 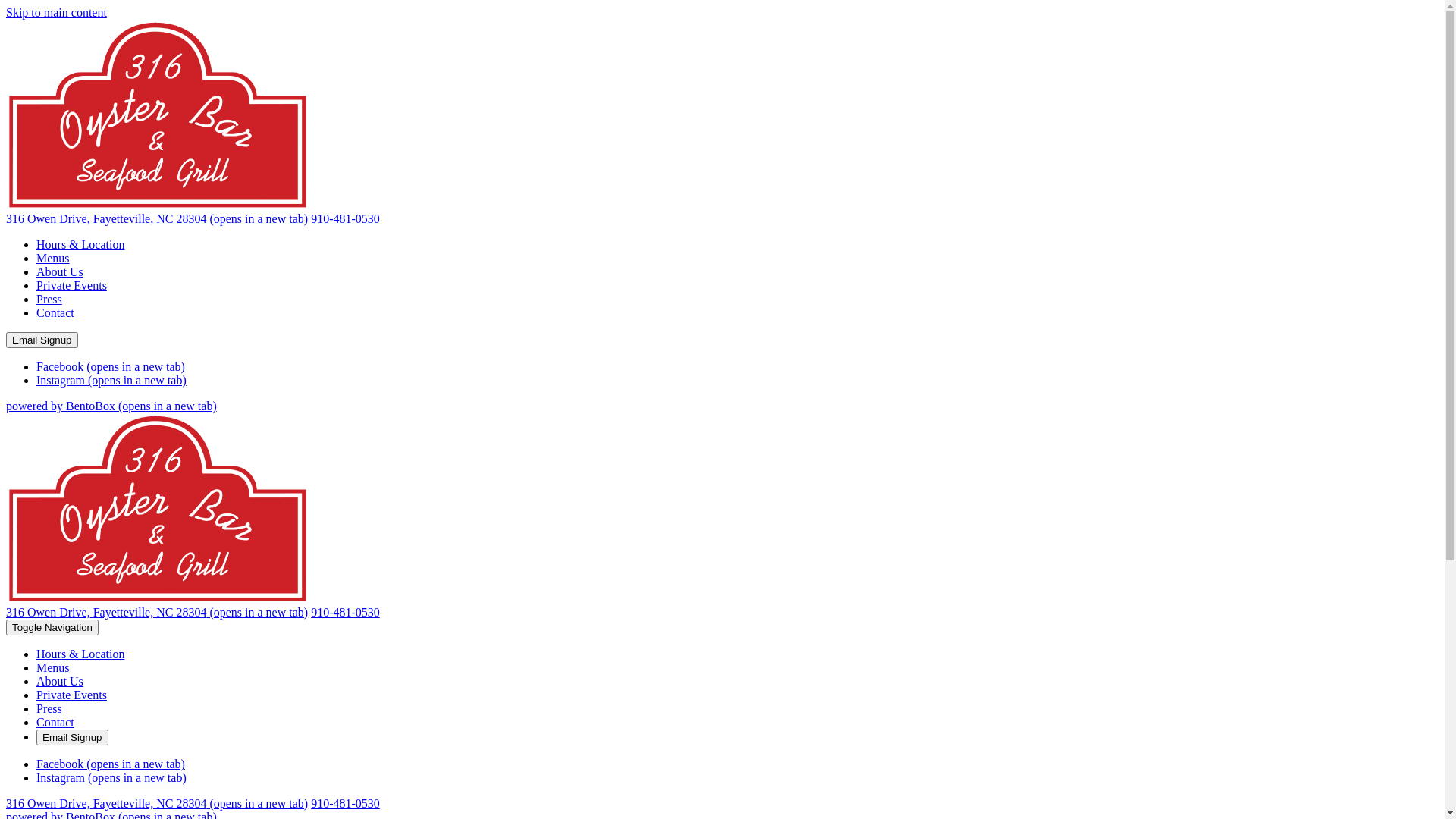 What do you see at coordinates (59, 271) in the screenshot?
I see `'About Us'` at bounding box center [59, 271].